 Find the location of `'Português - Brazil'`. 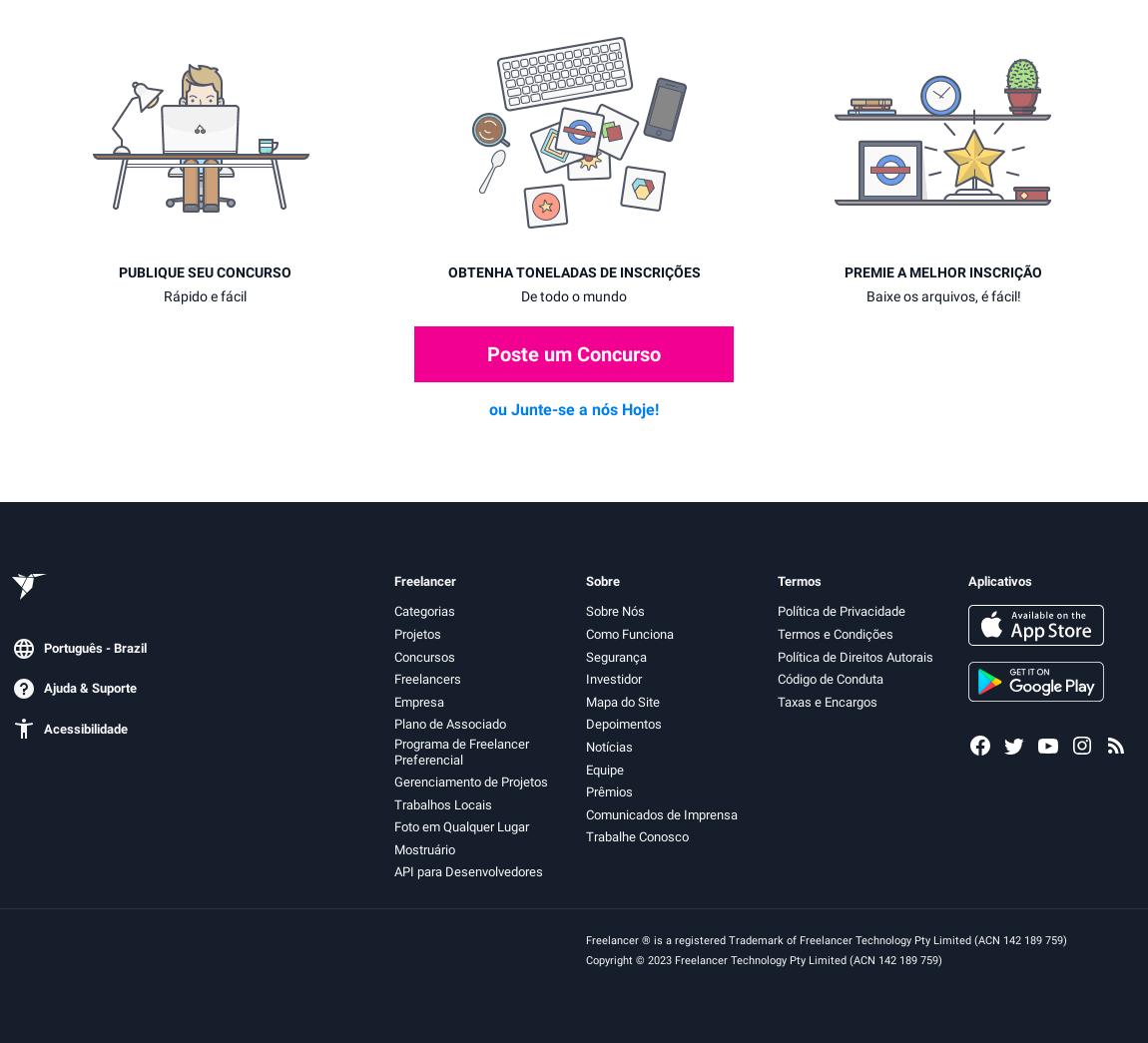

'Português - Brazil' is located at coordinates (43, 648).